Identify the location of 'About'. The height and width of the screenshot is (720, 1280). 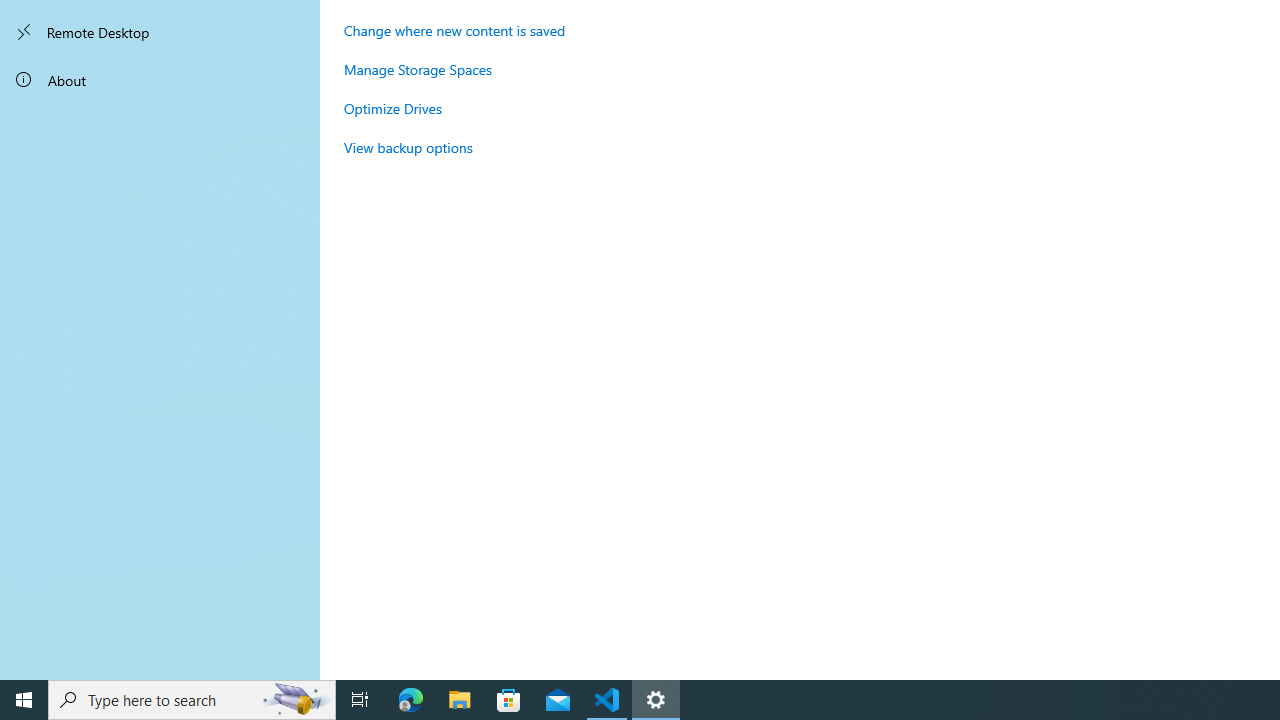
(160, 78).